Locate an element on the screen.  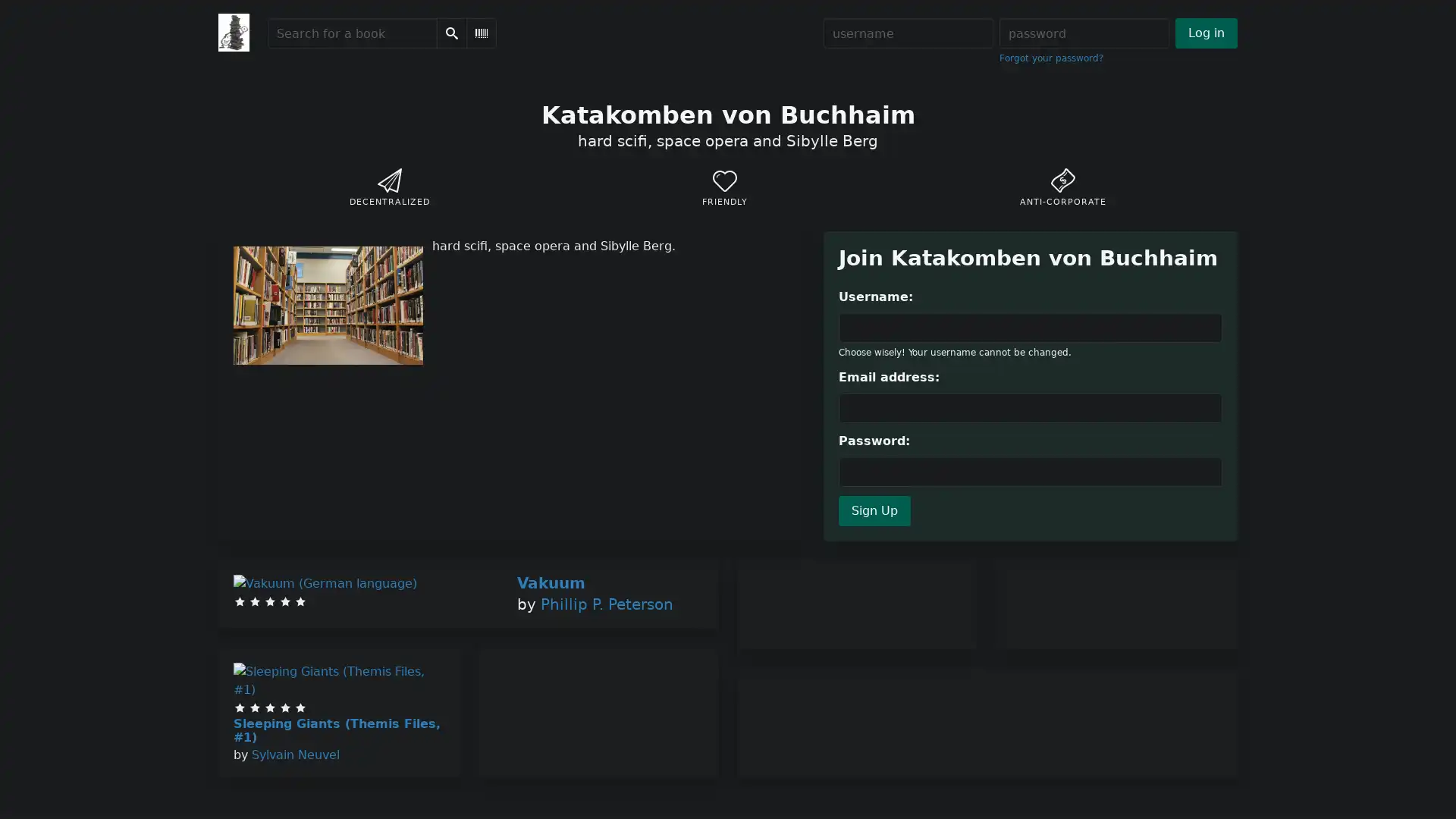
Search is located at coordinates (450, 33).